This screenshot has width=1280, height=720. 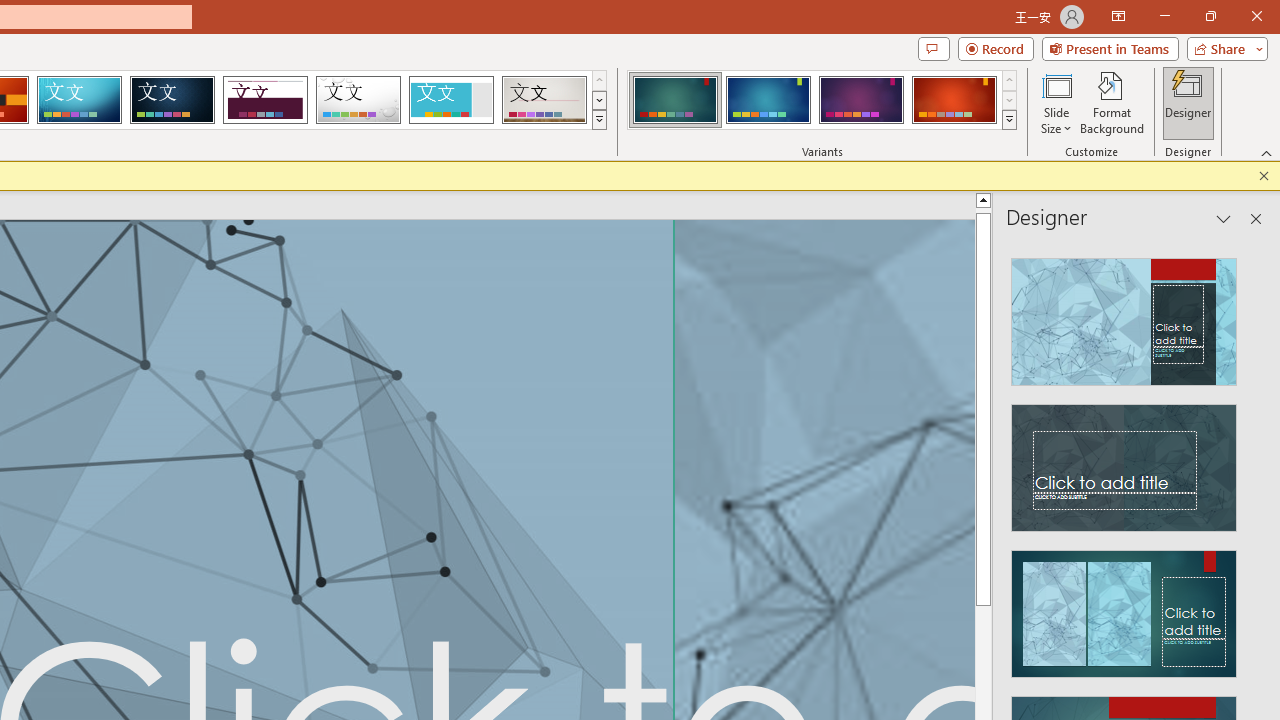 I want to click on 'Format Background', so click(x=1111, y=103).